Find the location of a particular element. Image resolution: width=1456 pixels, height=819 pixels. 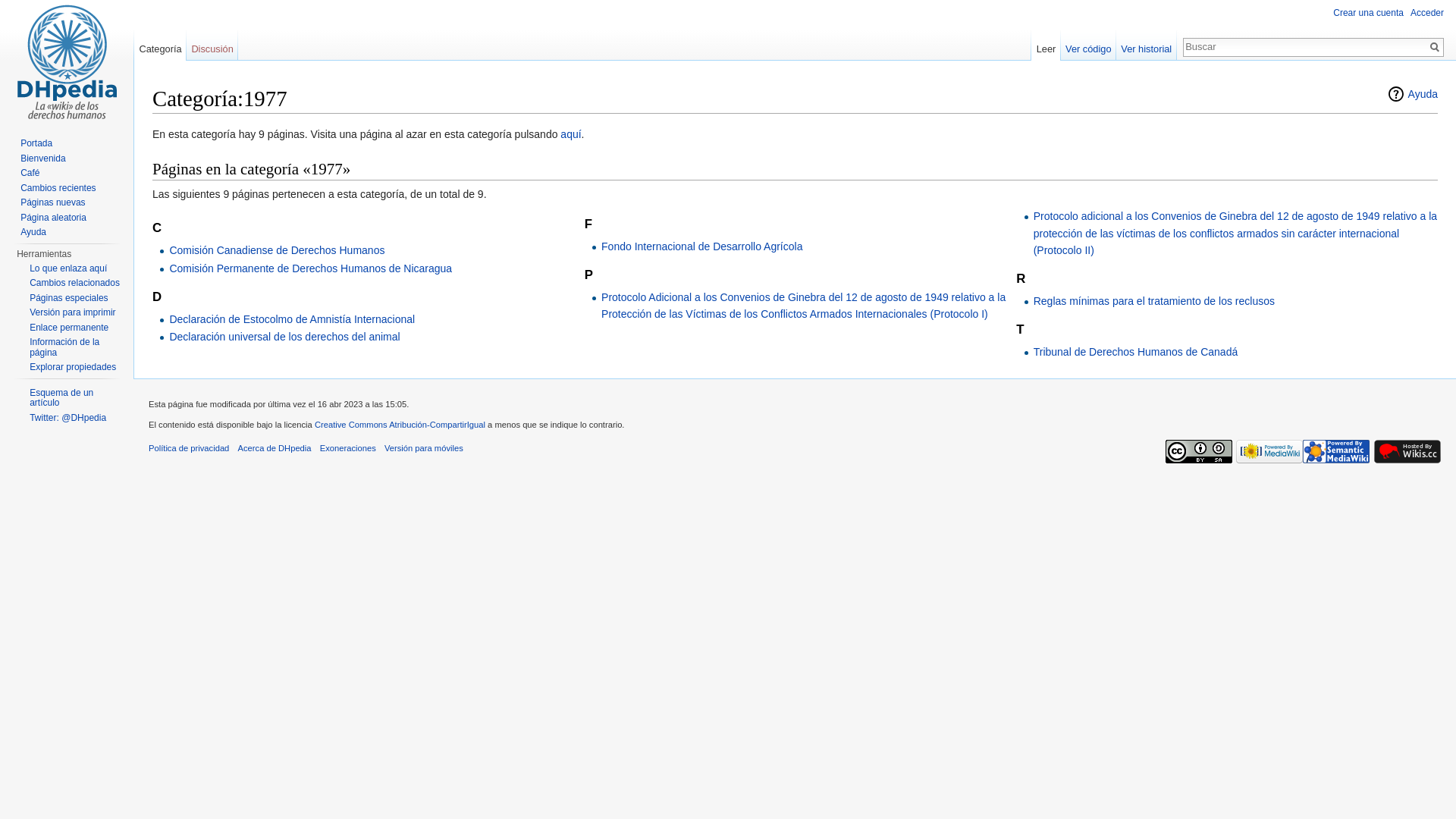

'Ayuda' is located at coordinates (33, 231).